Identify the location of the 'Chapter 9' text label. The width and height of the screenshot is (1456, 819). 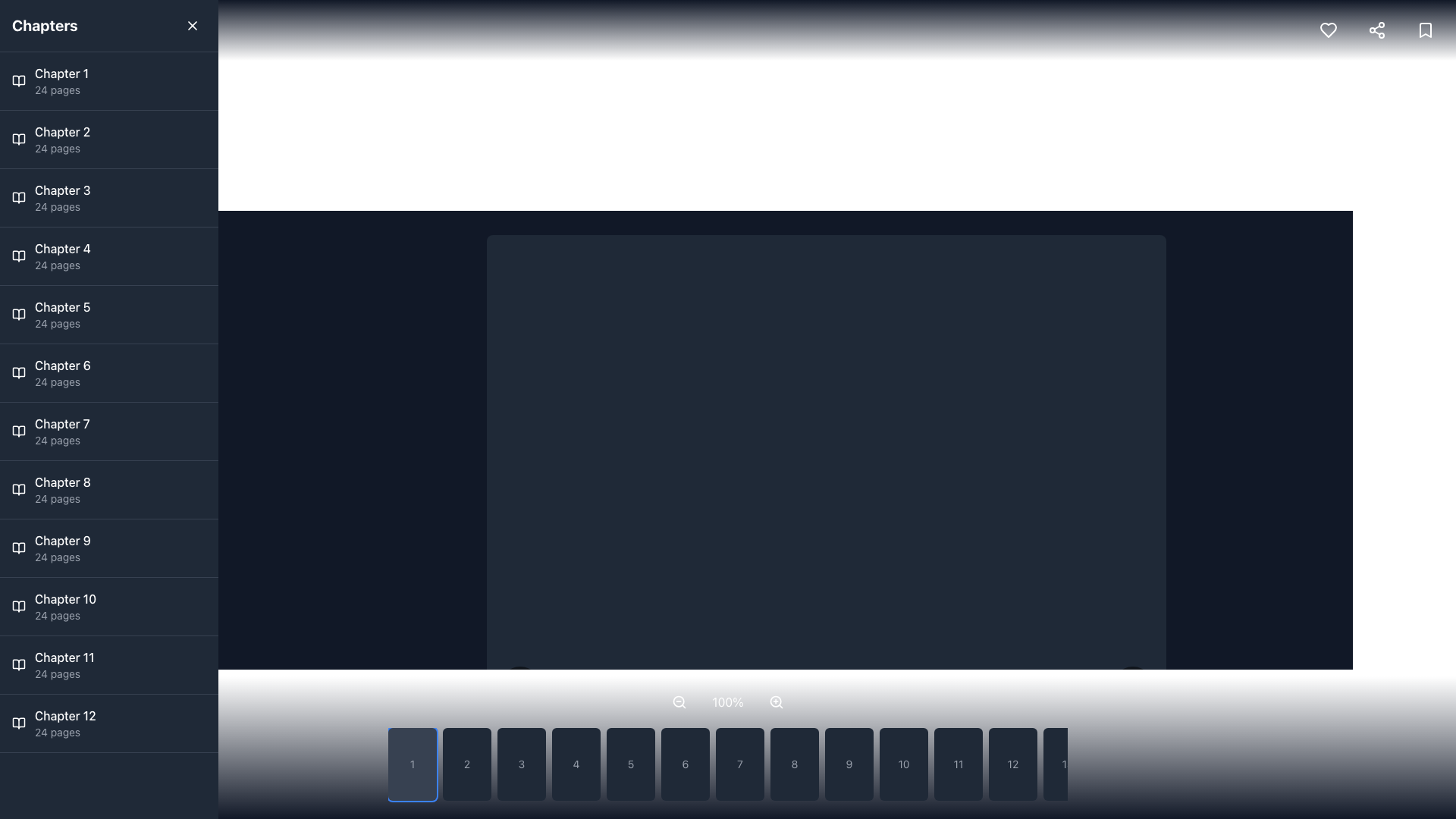
(61, 540).